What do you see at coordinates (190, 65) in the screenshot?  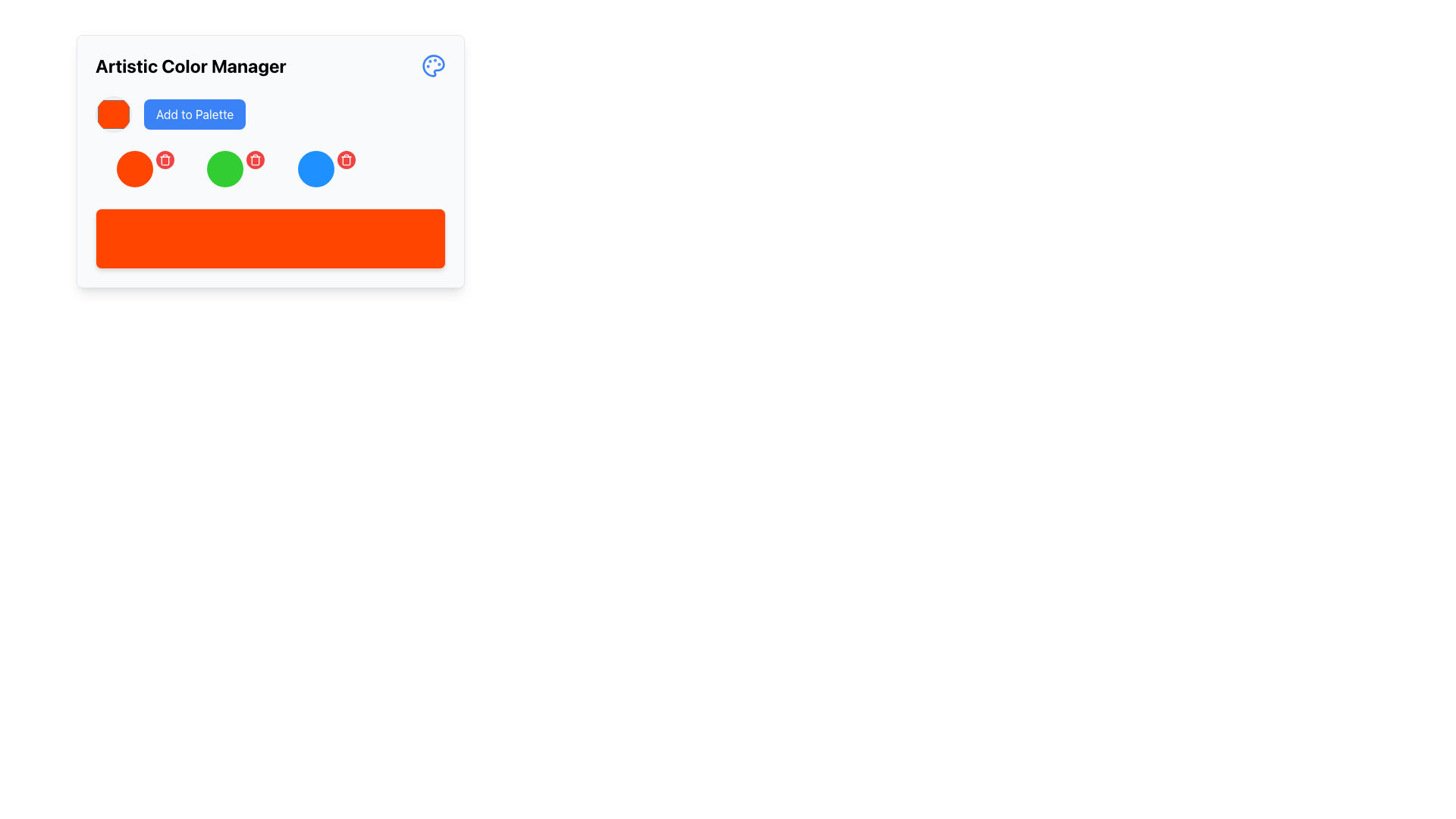 I see `the left-aligned heading text label at the upper section of the interface, which serves as a title or heading for the surrounding elements` at bounding box center [190, 65].